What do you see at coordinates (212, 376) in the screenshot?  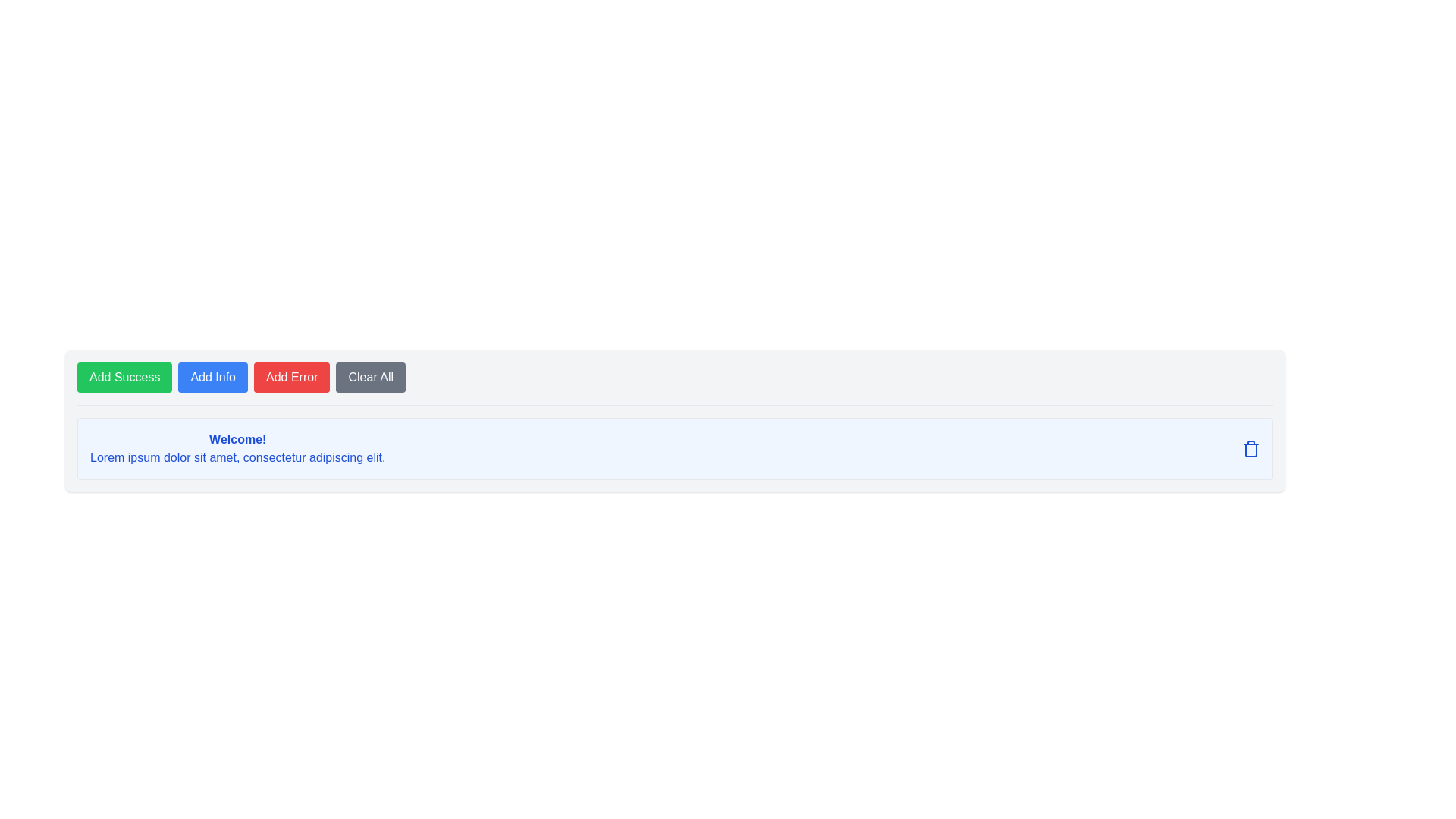 I see `the rectangular button with a blue background and white text reading 'Add Info'` at bounding box center [212, 376].